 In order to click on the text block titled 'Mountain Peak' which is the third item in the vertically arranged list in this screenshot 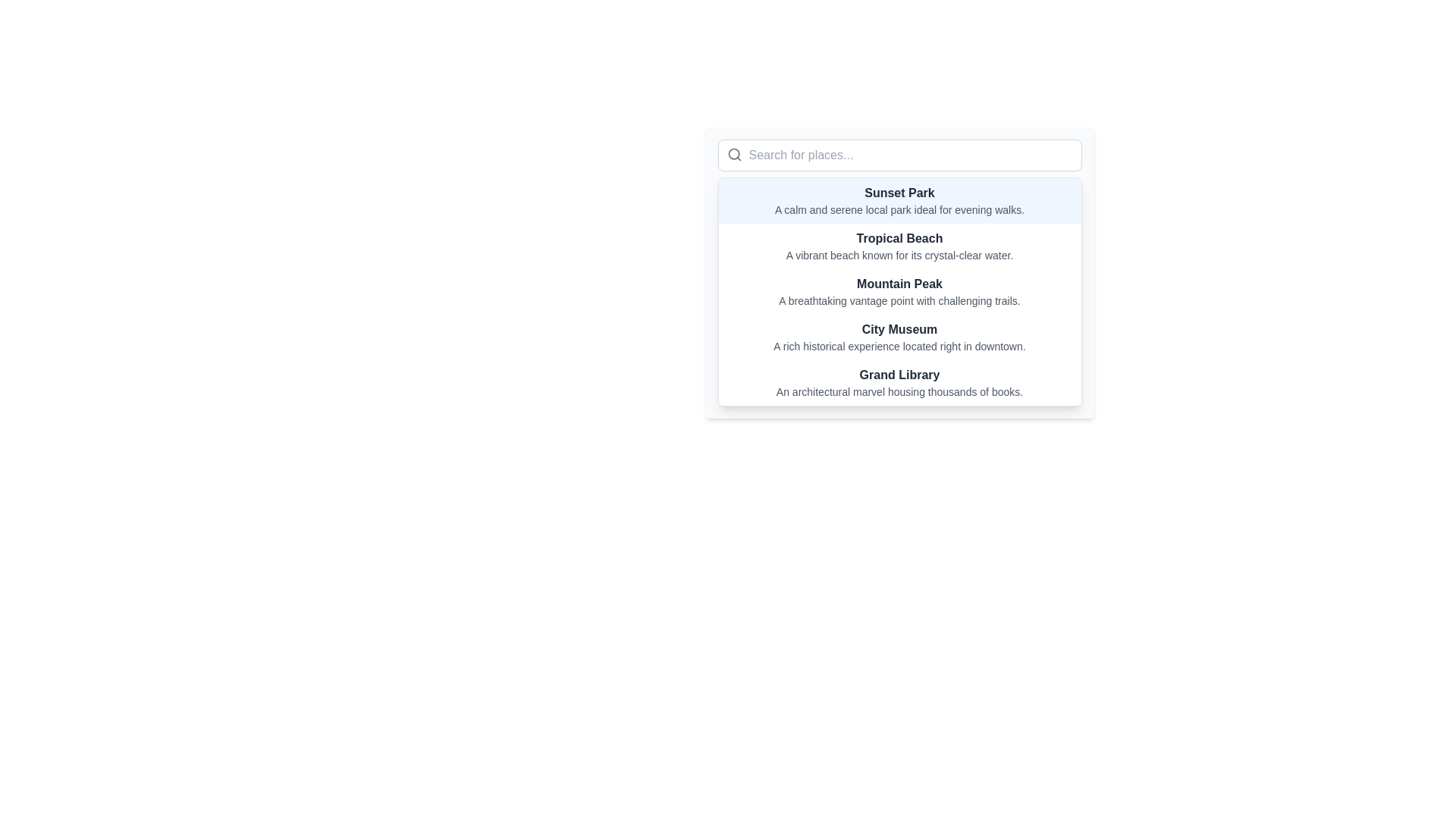, I will do `click(899, 292)`.